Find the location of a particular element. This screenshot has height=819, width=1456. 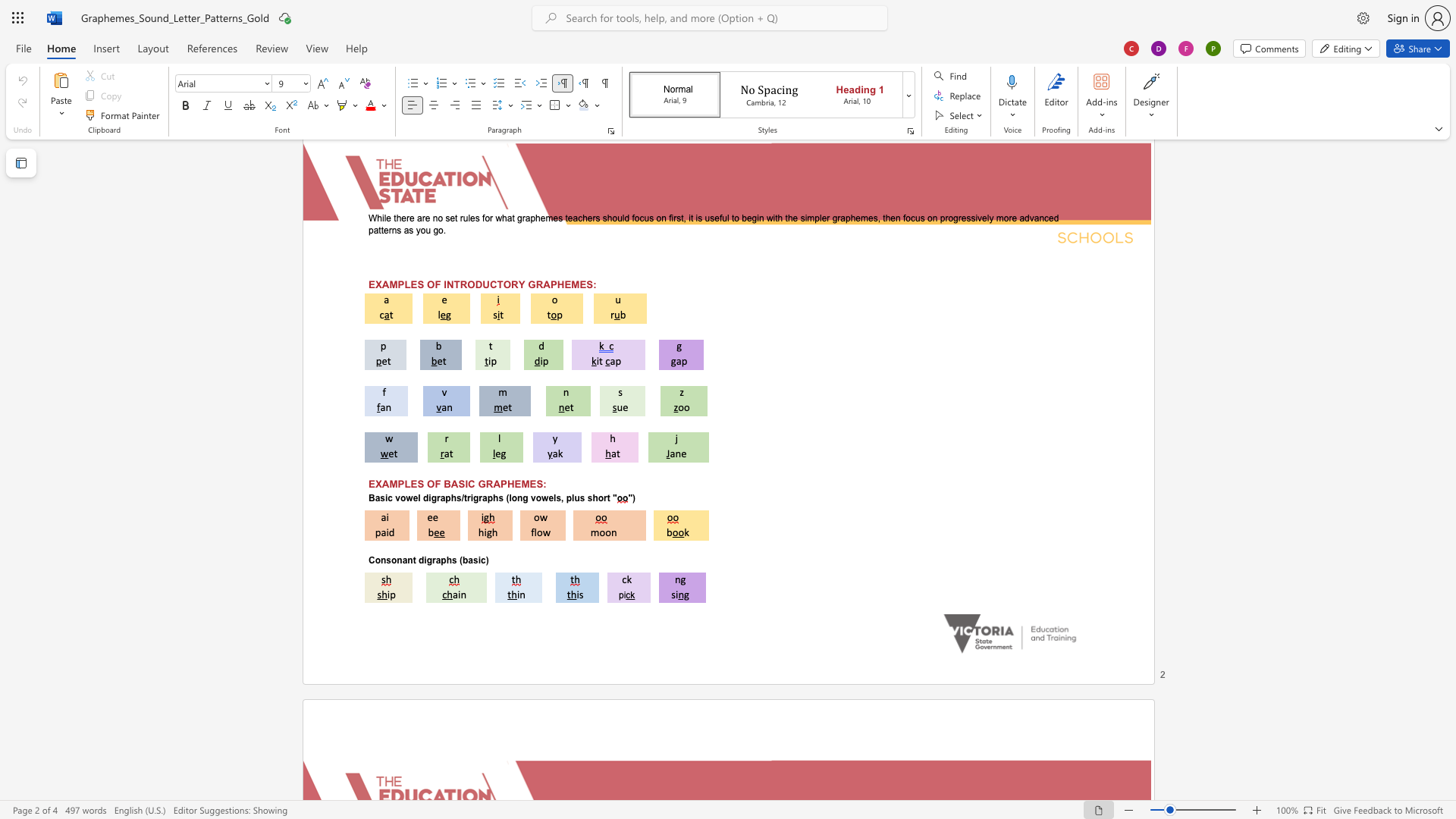

the 2th character "a" in the text is located at coordinates (442, 498).